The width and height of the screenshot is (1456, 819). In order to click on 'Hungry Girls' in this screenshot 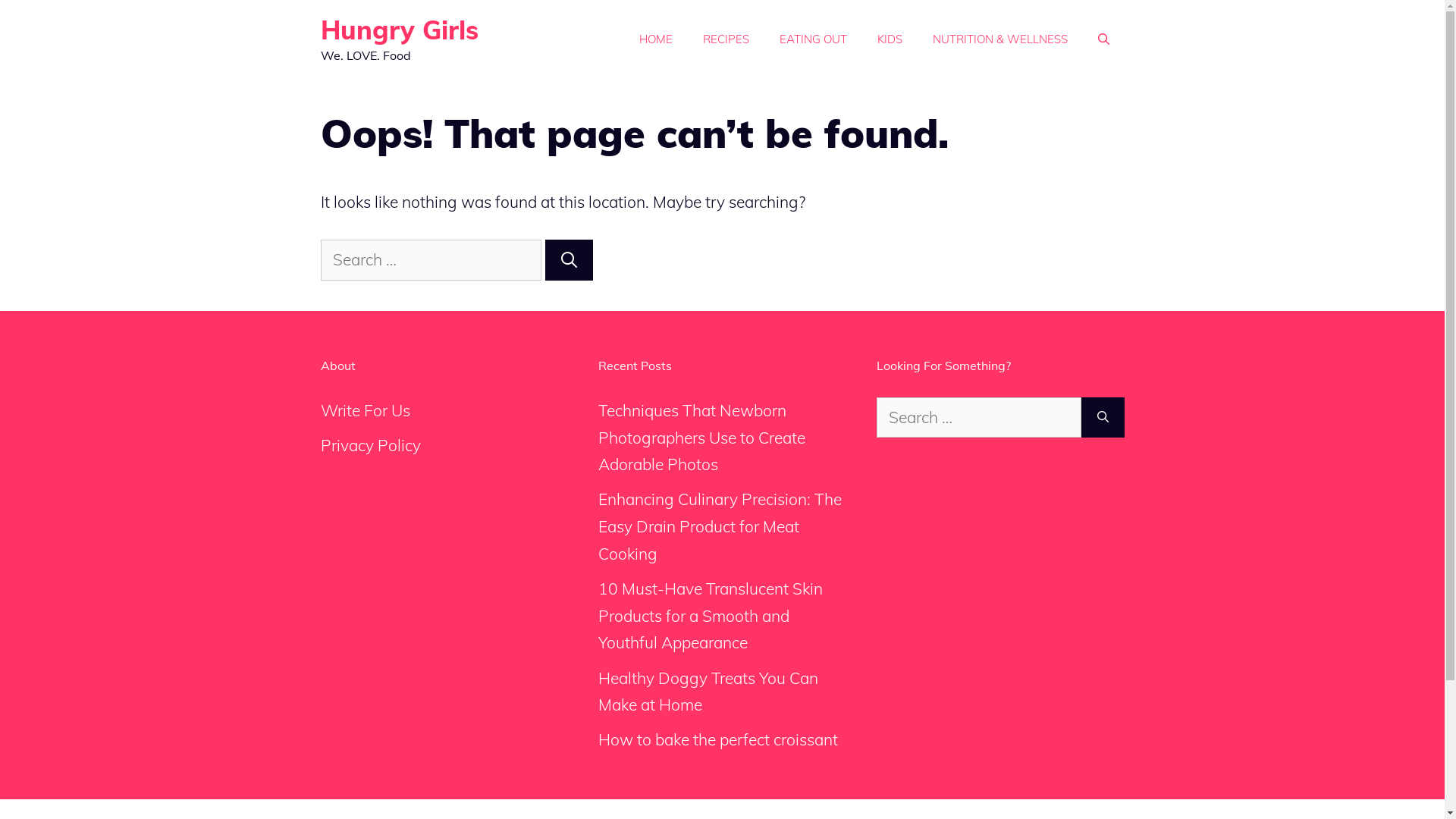, I will do `click(399, 30)`.